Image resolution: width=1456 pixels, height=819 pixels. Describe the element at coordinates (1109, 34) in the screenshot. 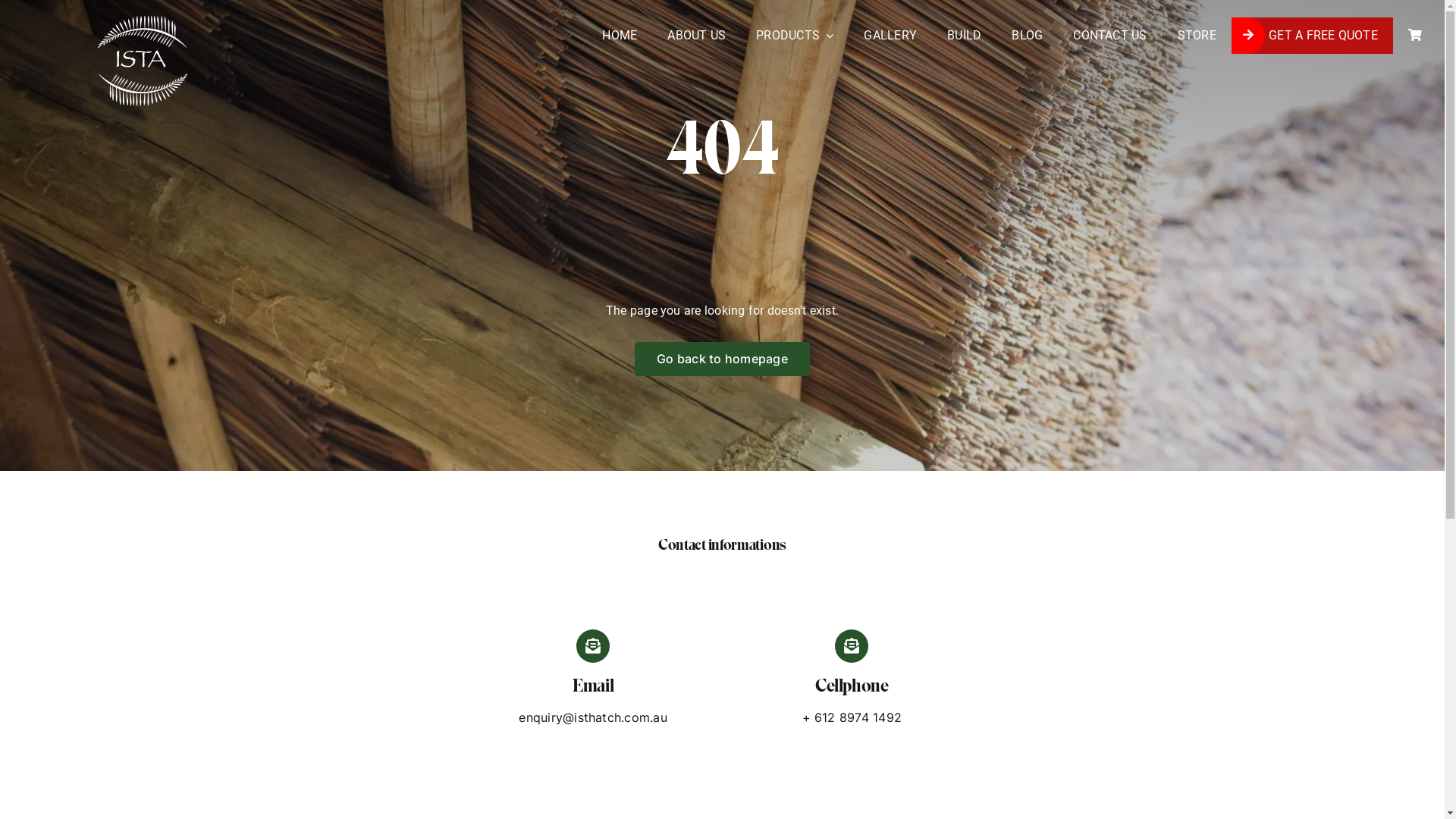

I see `'CONTACT US'` at that location.